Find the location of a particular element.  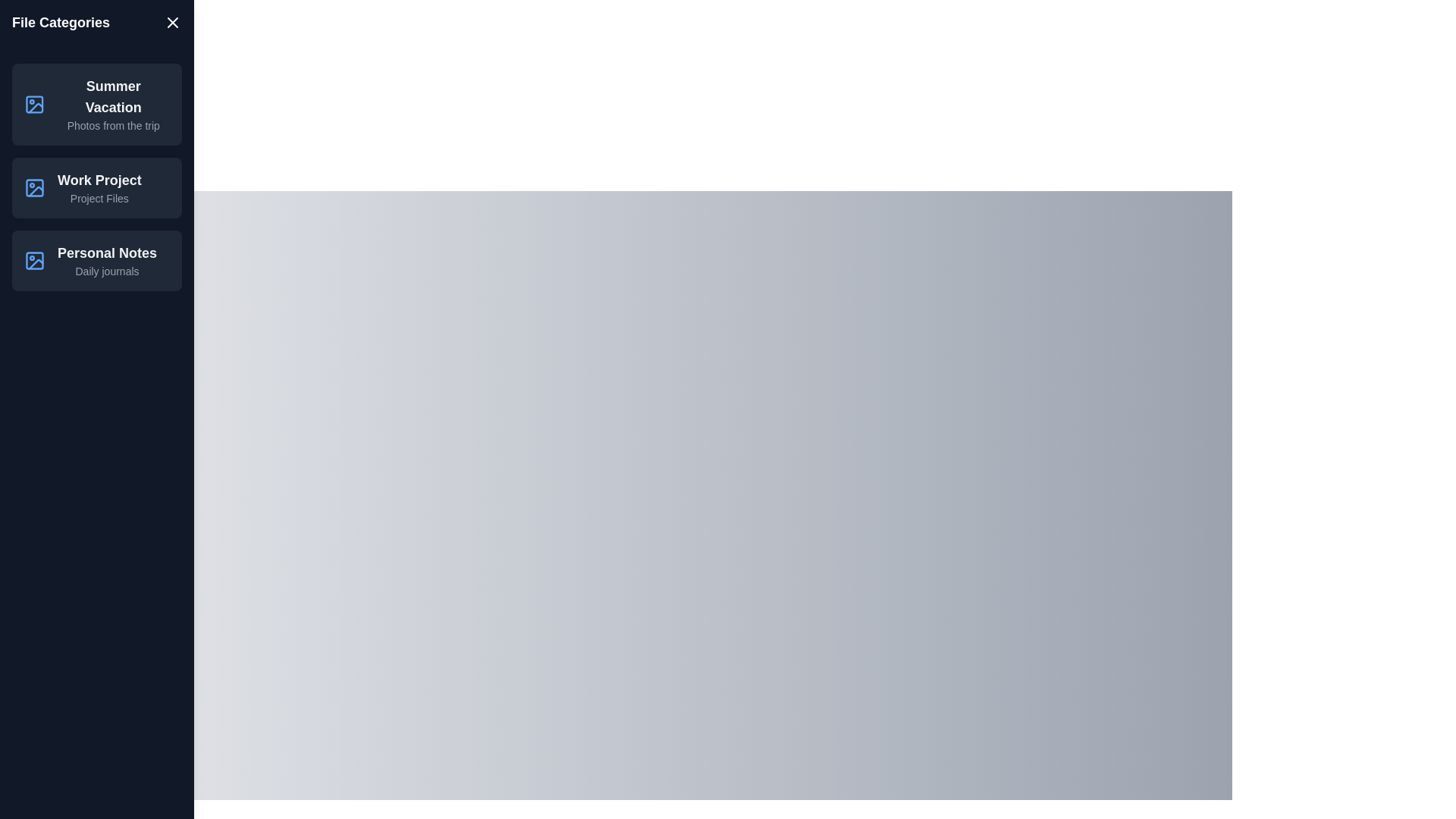

close button to close the drawer is located at coordinates (172, 23).